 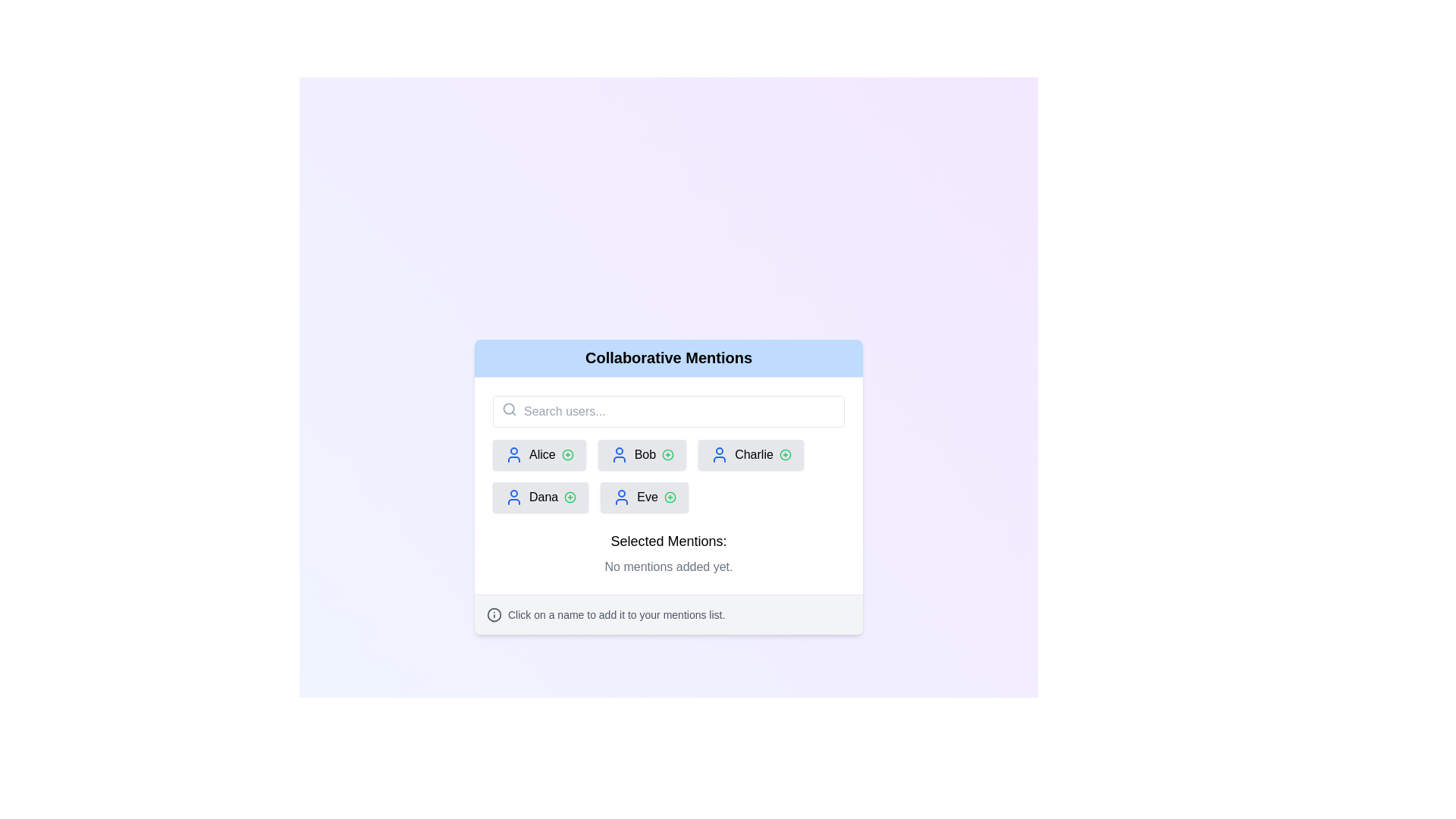 I want to click on the user icon represented by a blue circular head and shoulder outline located next to the text label 'Bob' in the user selection grid, so click(x=619, y=453).